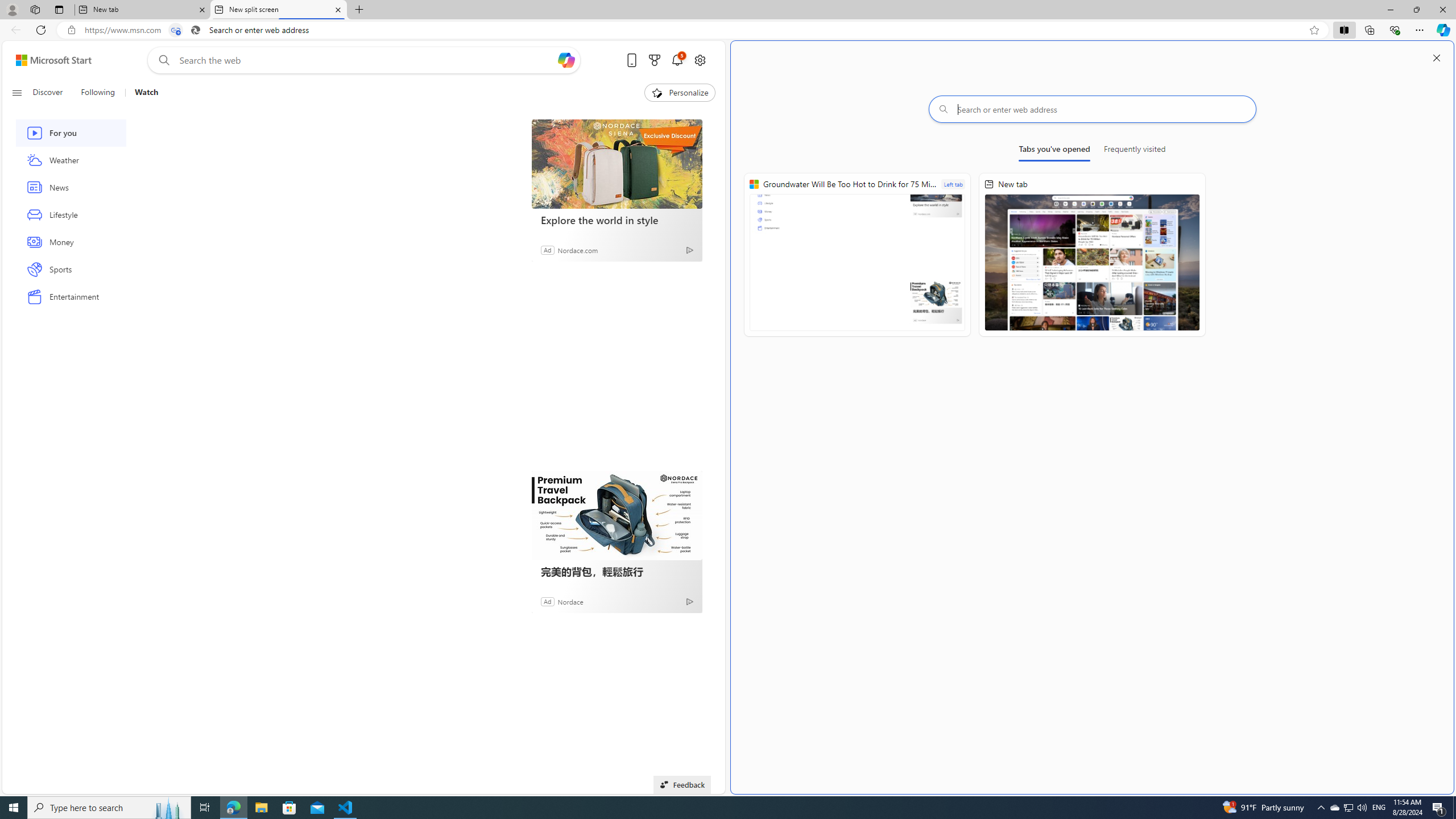  What do you see at coordinates (653, 60) in the screenshot?
I see `'Microsoft rewards'` at bounding box center [653, 60].